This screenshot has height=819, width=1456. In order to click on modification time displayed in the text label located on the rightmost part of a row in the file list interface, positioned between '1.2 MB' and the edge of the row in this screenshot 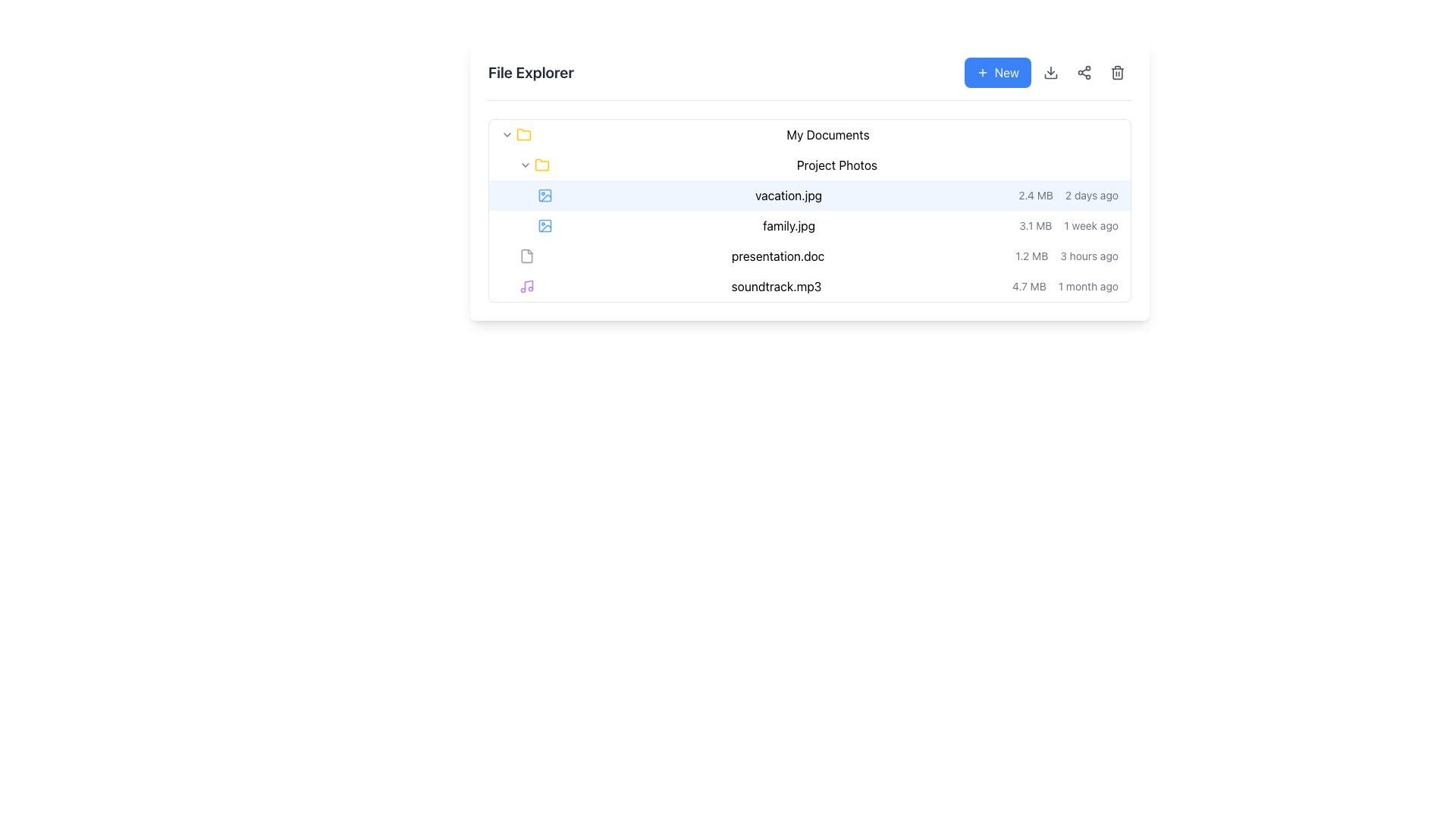, I will do `click(1088, 256)`.